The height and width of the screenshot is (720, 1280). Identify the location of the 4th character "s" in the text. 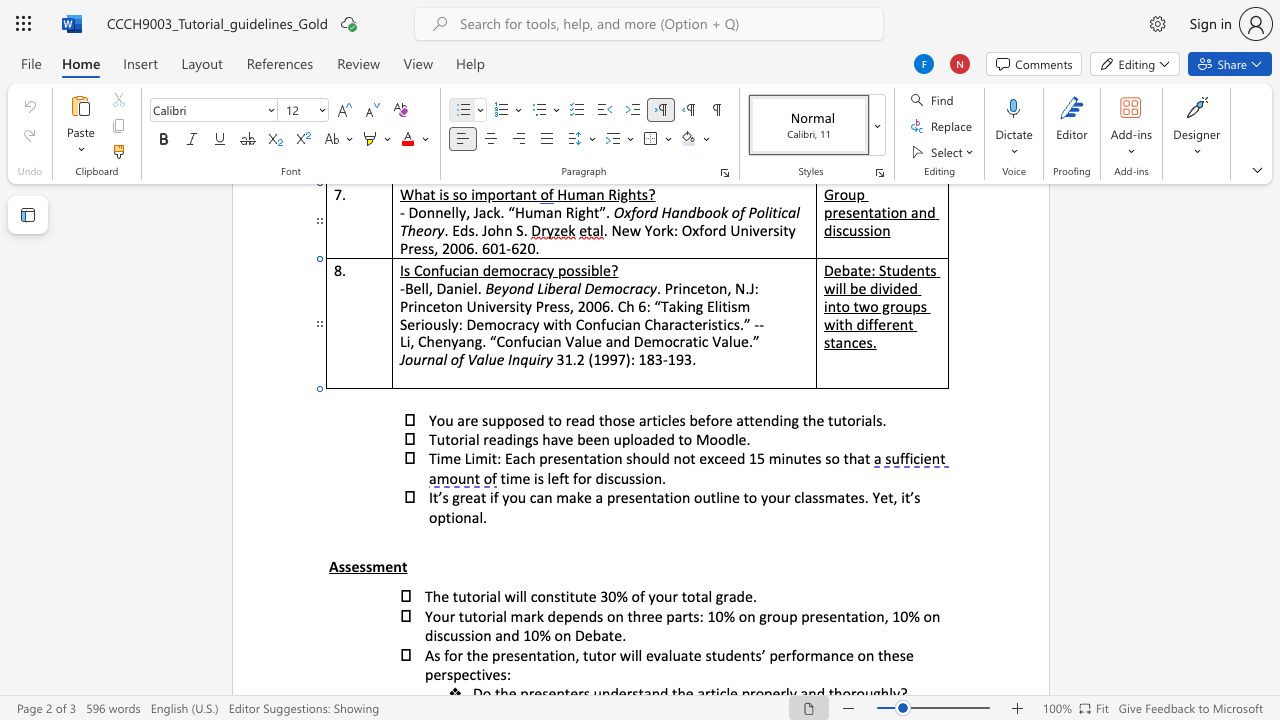
(369, 566).